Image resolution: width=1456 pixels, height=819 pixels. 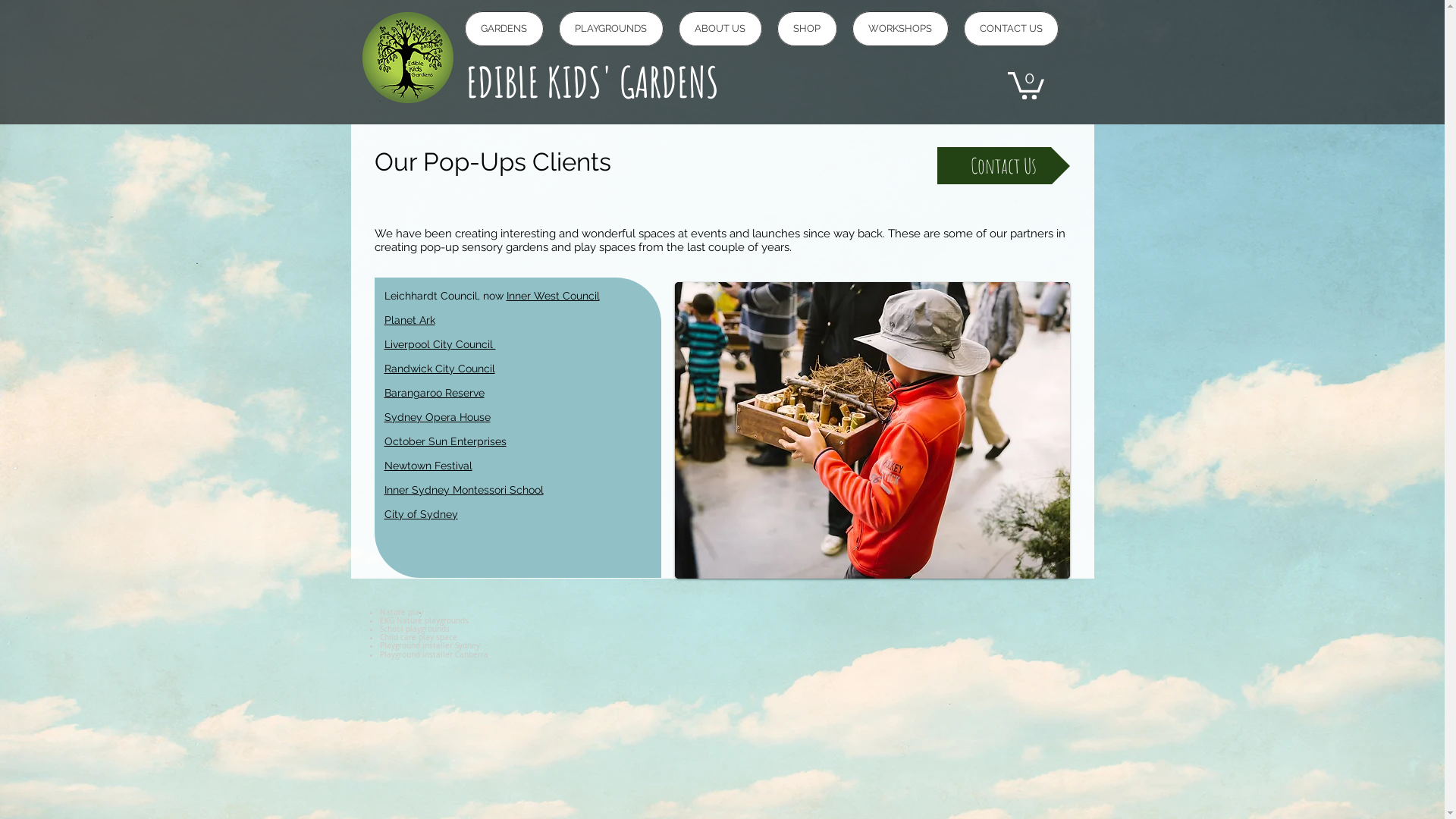 I want to click on 'logo_1.png', so click(x=407, y=57).